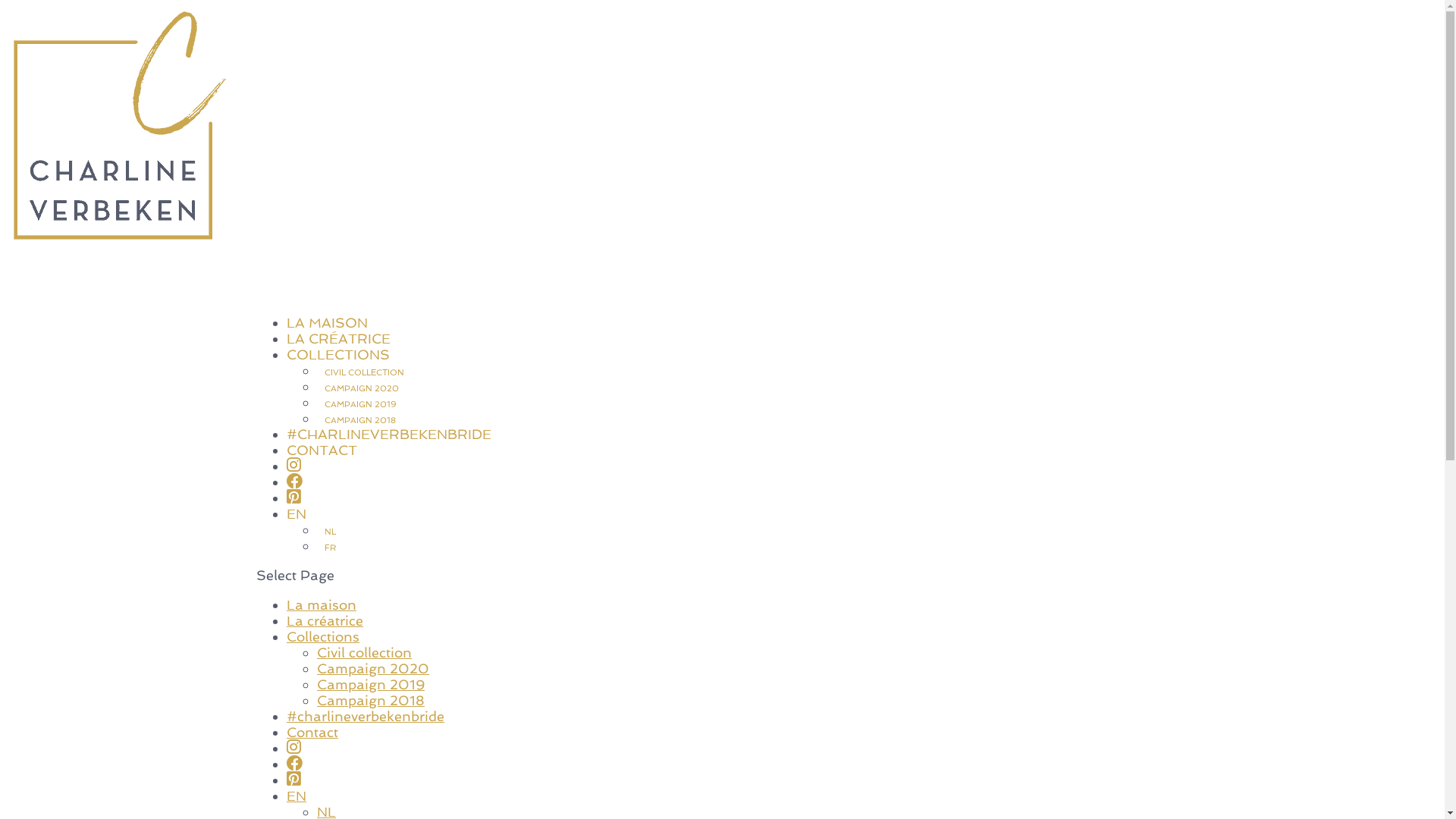 The image size is (1456, 819). What do you see at coordinates (296, 539) in the screenshot?
I see `'EN'` at bounding box center [296, 539].